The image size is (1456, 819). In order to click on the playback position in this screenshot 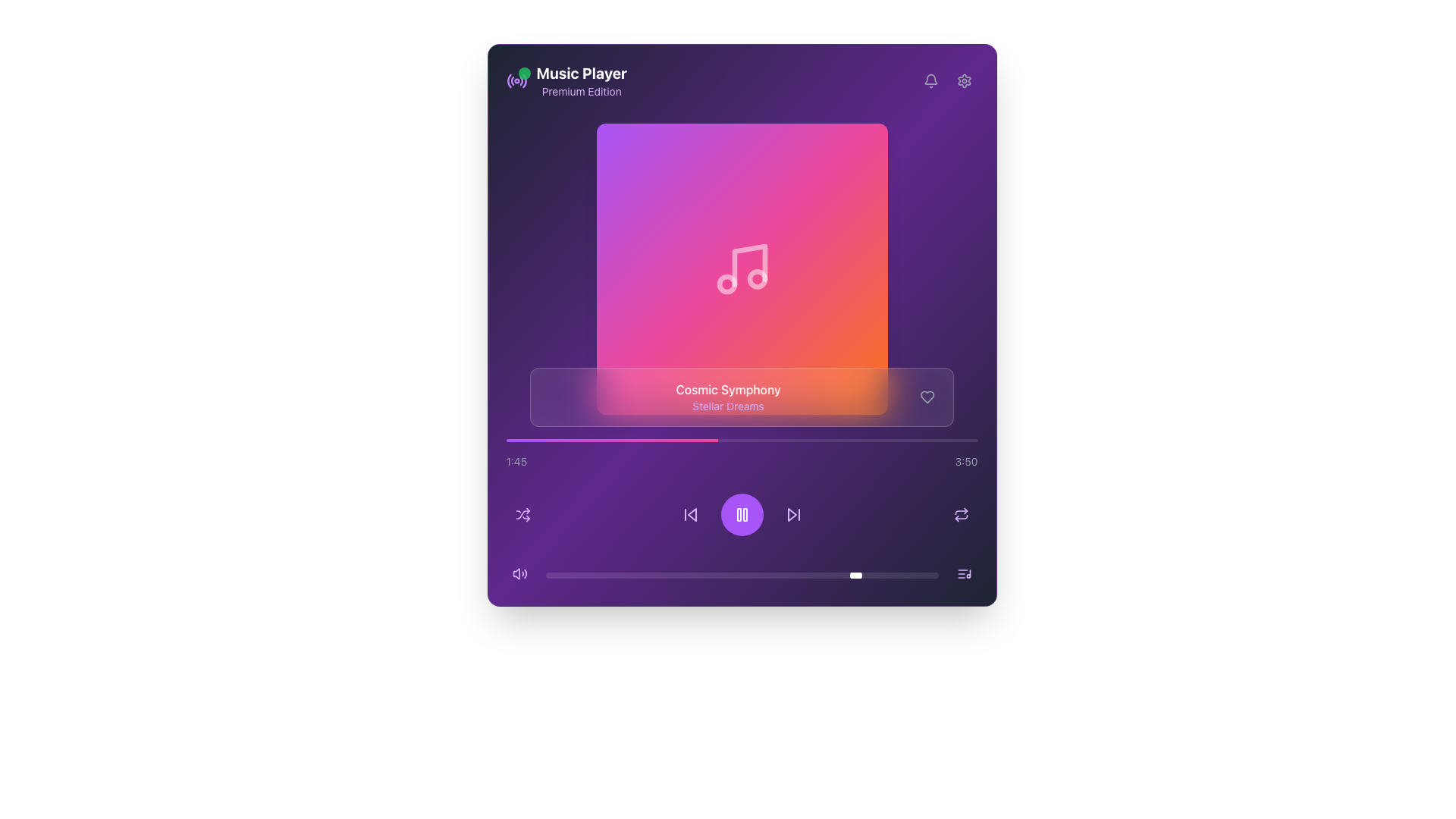, I will do `click(949, 441)`.